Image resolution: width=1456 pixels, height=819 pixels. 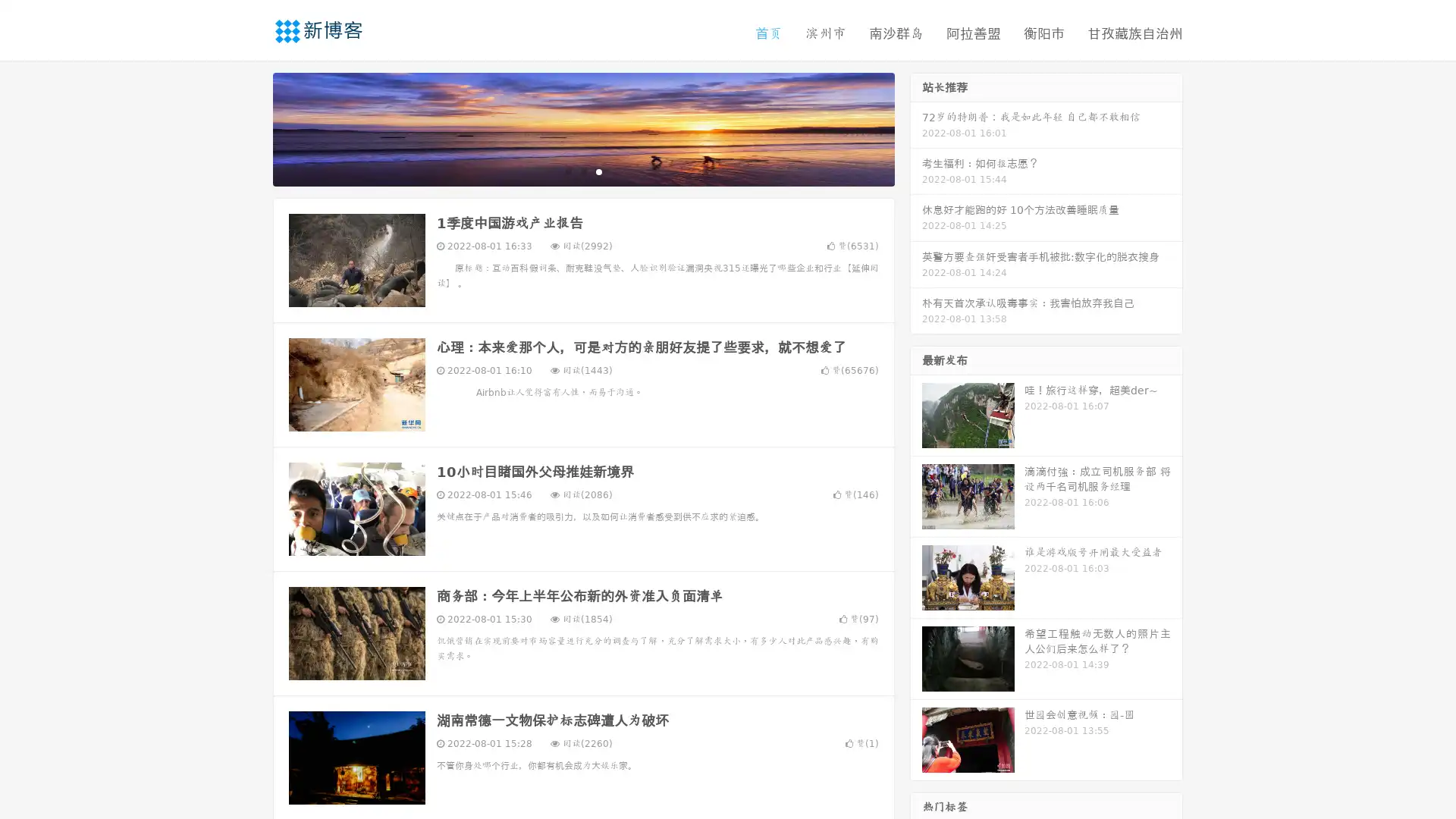 What do you see at coordinates (598, 171) in the screenshot?
I see `Go to slide 3` at bounding box center [598, 171].